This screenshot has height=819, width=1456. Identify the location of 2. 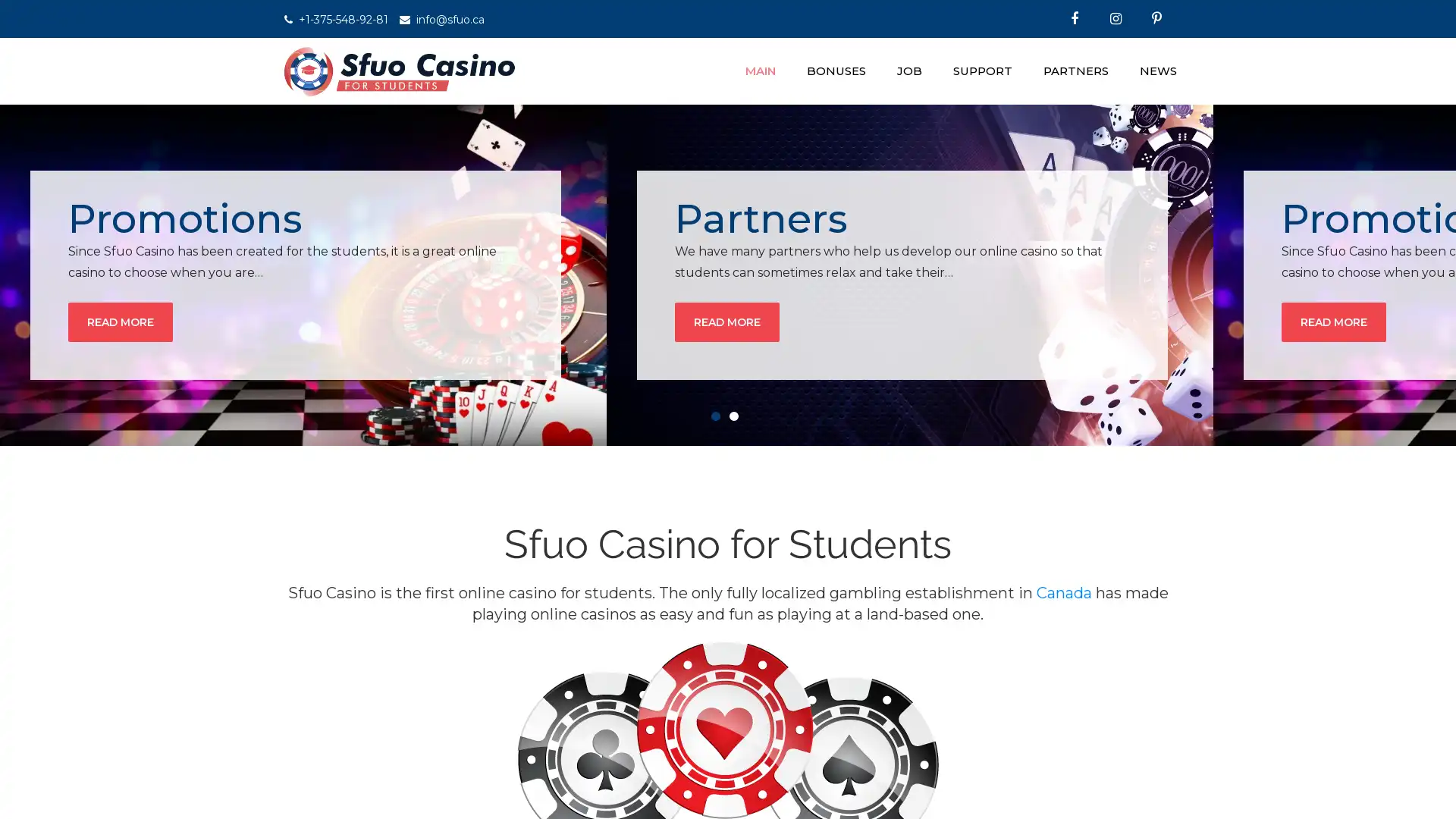
(737, 419).